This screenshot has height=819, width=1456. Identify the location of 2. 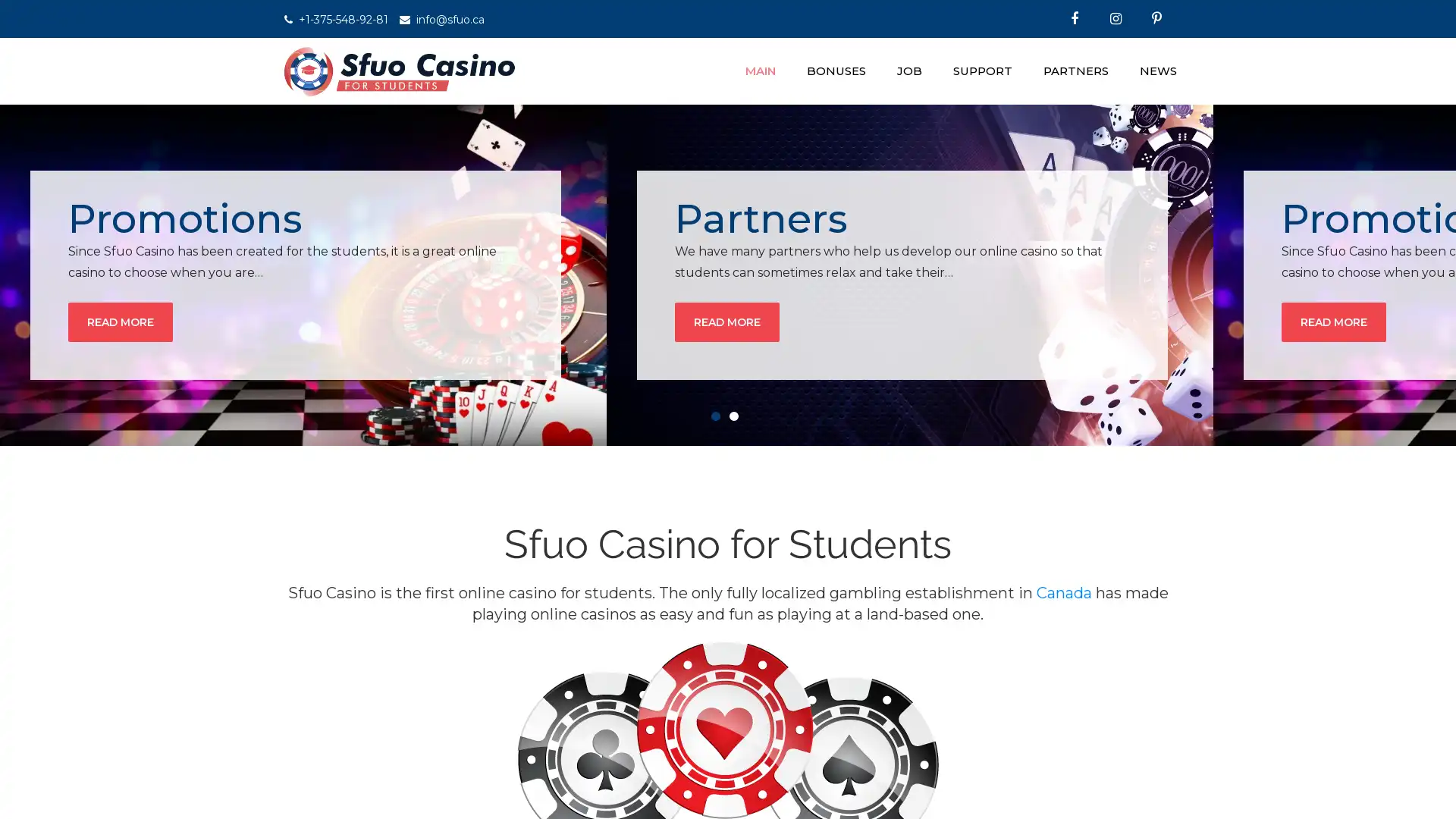
(737, 419).